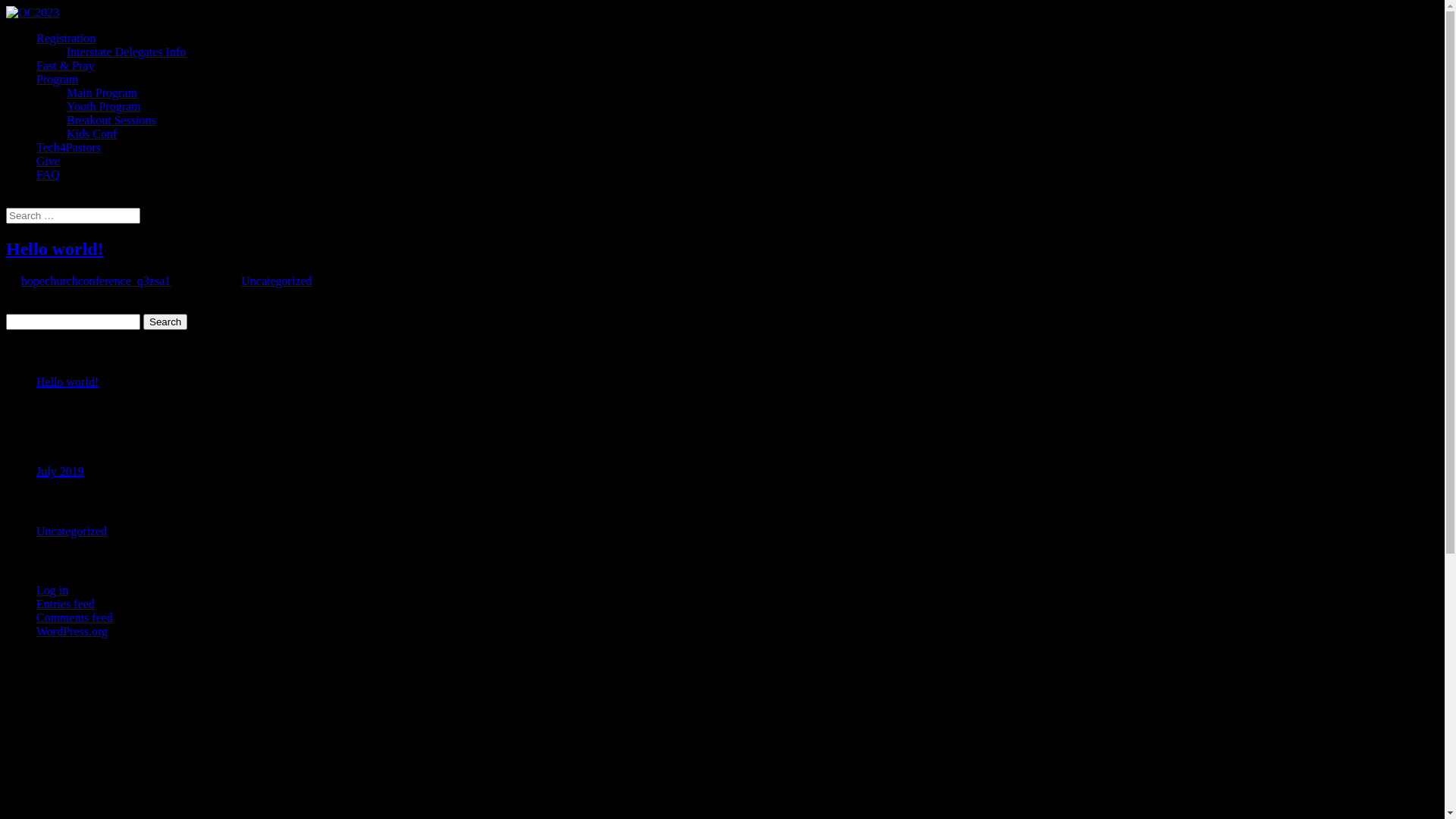 This screenshot has height=819, width=1456. What do you see at coordinates (71, 631) in the screenshot?
I see `'WordPress.org'` at bounding box center [71, 631].